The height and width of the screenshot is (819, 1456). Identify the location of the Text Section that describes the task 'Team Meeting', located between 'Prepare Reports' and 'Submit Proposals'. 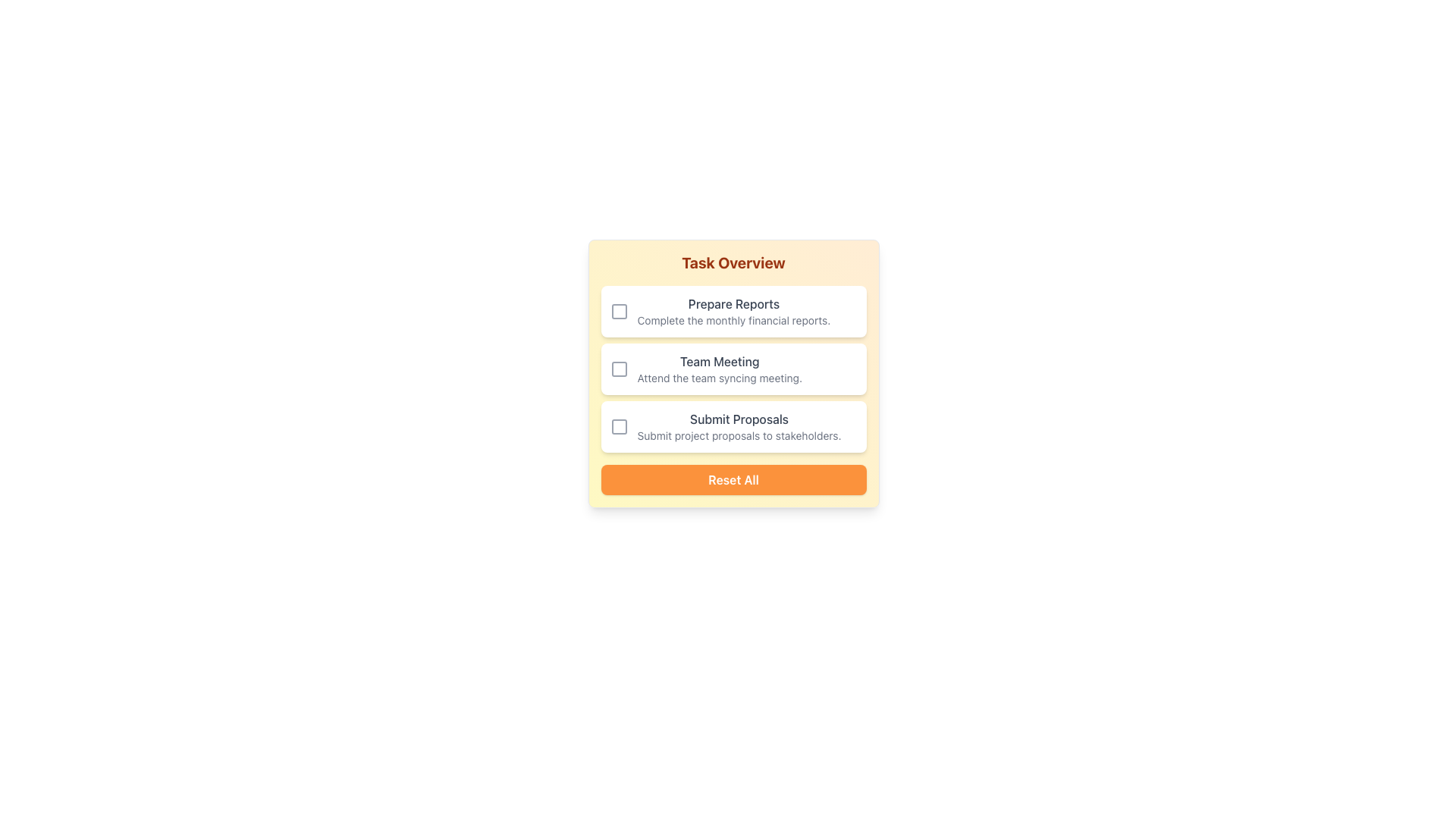
(719, 369).